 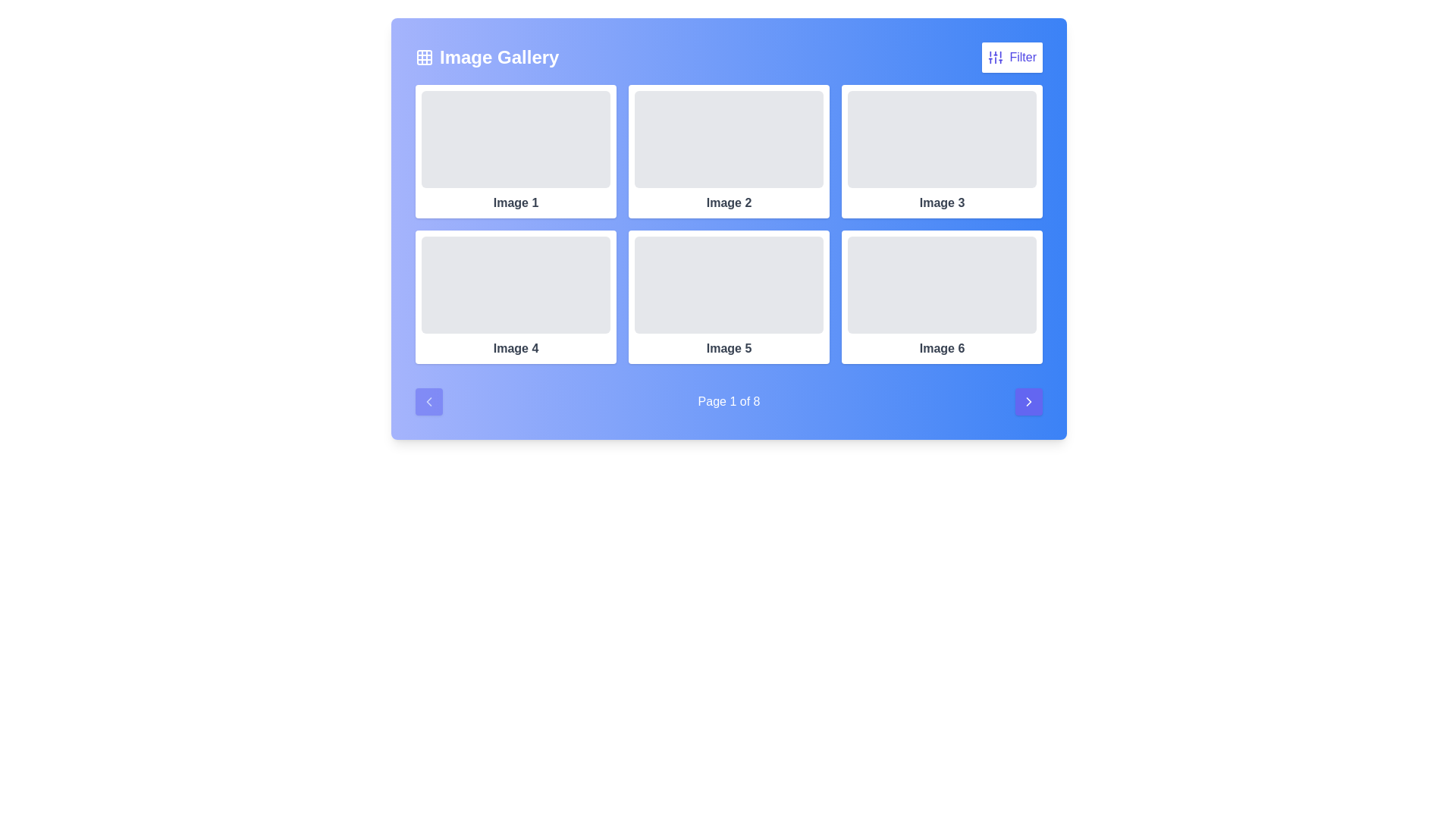 What do you see at coordinates (729, 297) in the screenshot?
I see `the Card component representing 'Image 5' in the middle column of the second row in the gallery` at bounding box center [729, 297].